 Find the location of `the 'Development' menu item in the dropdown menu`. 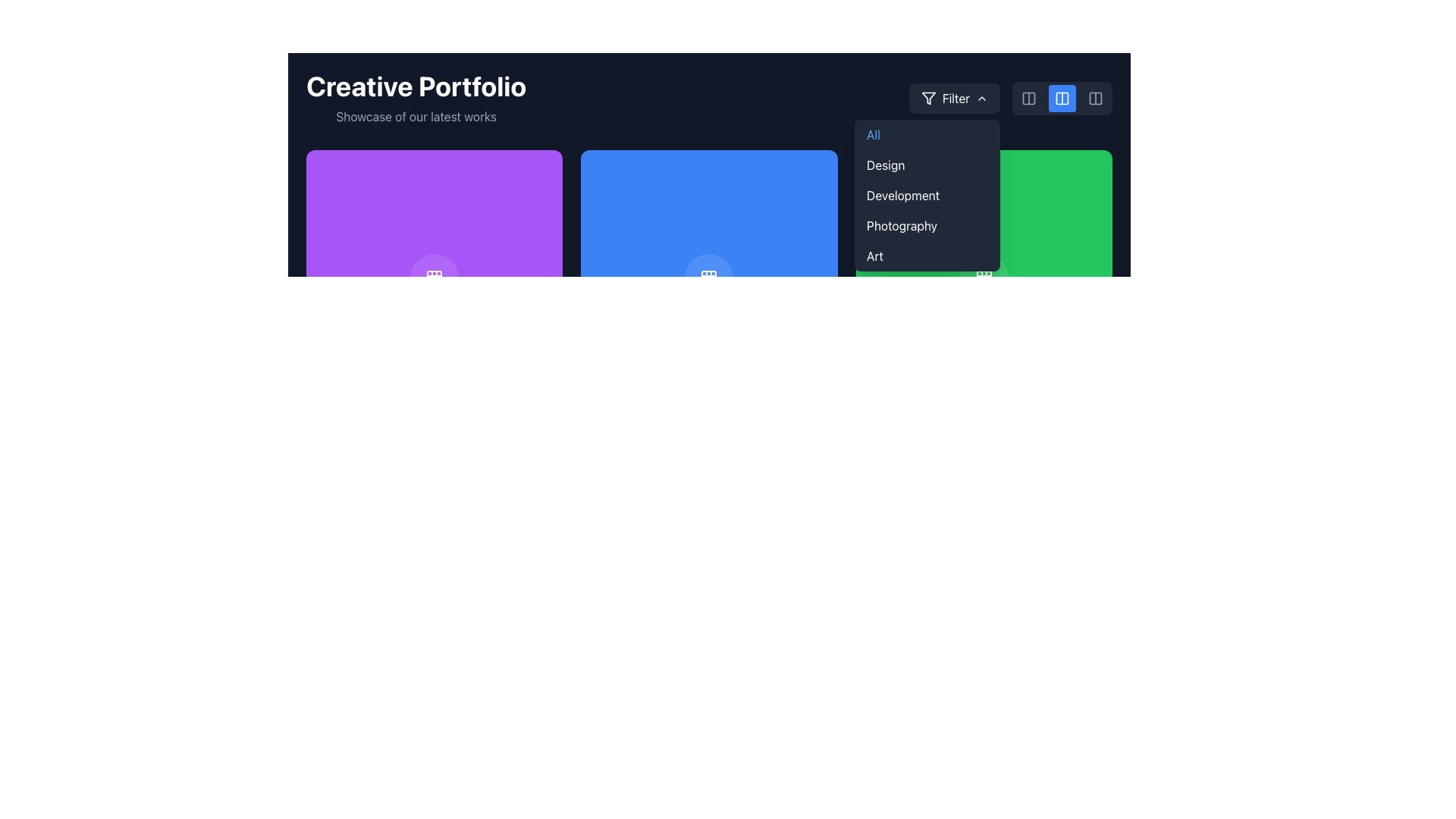

the 'Development' menu item in the dropdown menu is located at coordinates (927, 195).